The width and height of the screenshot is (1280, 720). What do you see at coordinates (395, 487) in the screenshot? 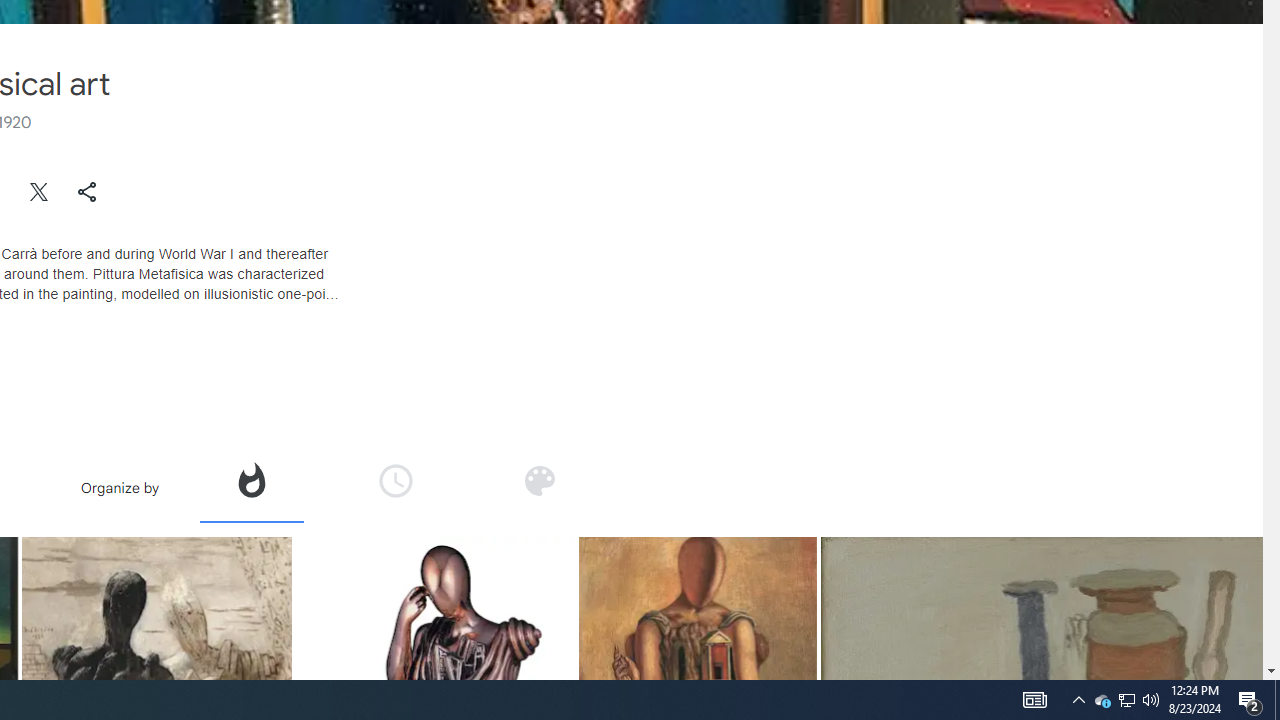
I see `'Organize by time'` at bounding box center [395, 487].